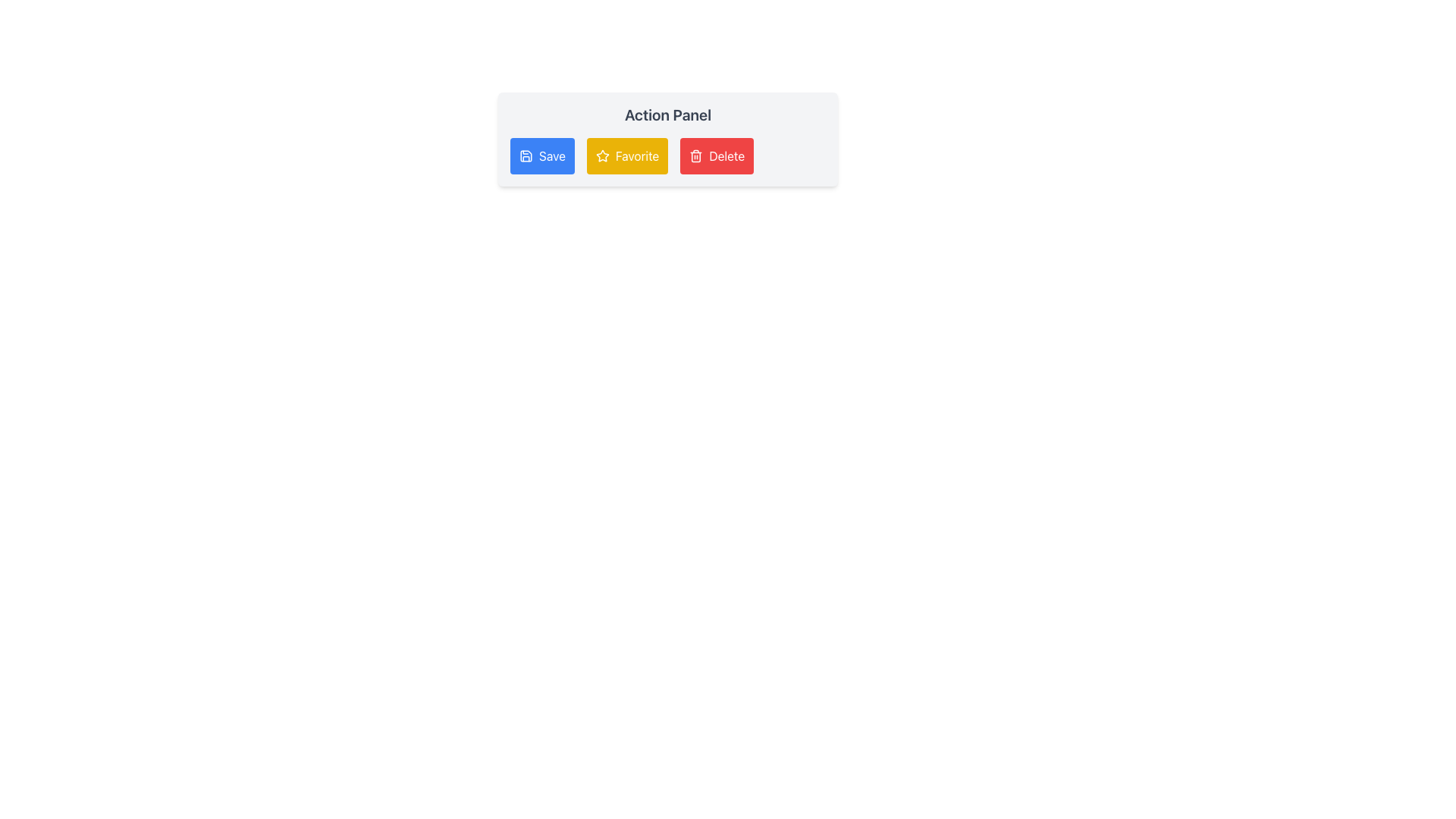 Image resolution: width=1456 pixels, height=819 pixels. I want to click on the 'Save' button, which is the leftmost button in a horizontal row of three buttons within a white panel, so click(542, 155).